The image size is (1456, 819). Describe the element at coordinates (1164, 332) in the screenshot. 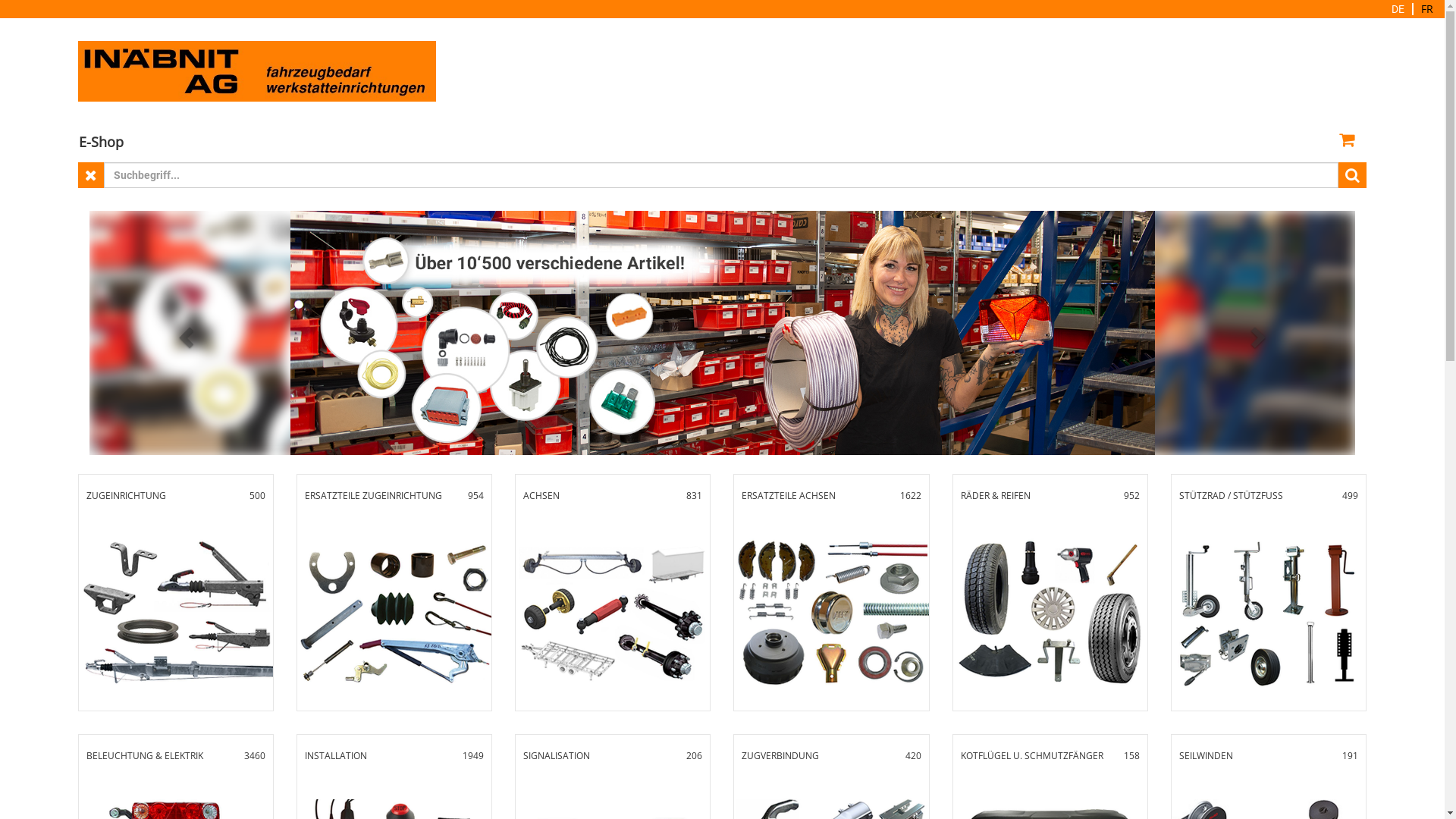

I see `'next'` at that location.